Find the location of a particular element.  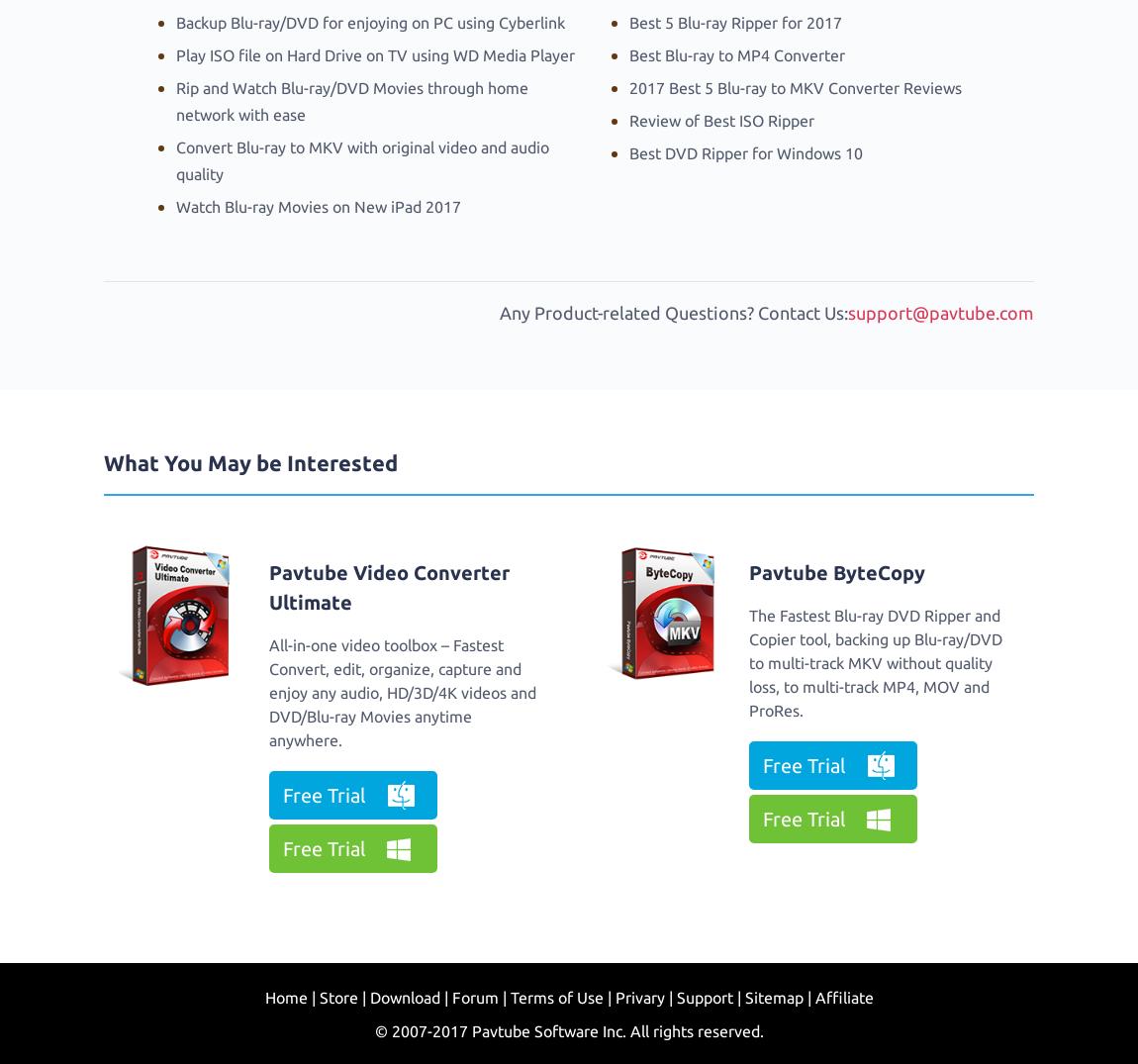

'Best 5 Blu-ray Ripper for 2017' is located at coordinates (736, 22).